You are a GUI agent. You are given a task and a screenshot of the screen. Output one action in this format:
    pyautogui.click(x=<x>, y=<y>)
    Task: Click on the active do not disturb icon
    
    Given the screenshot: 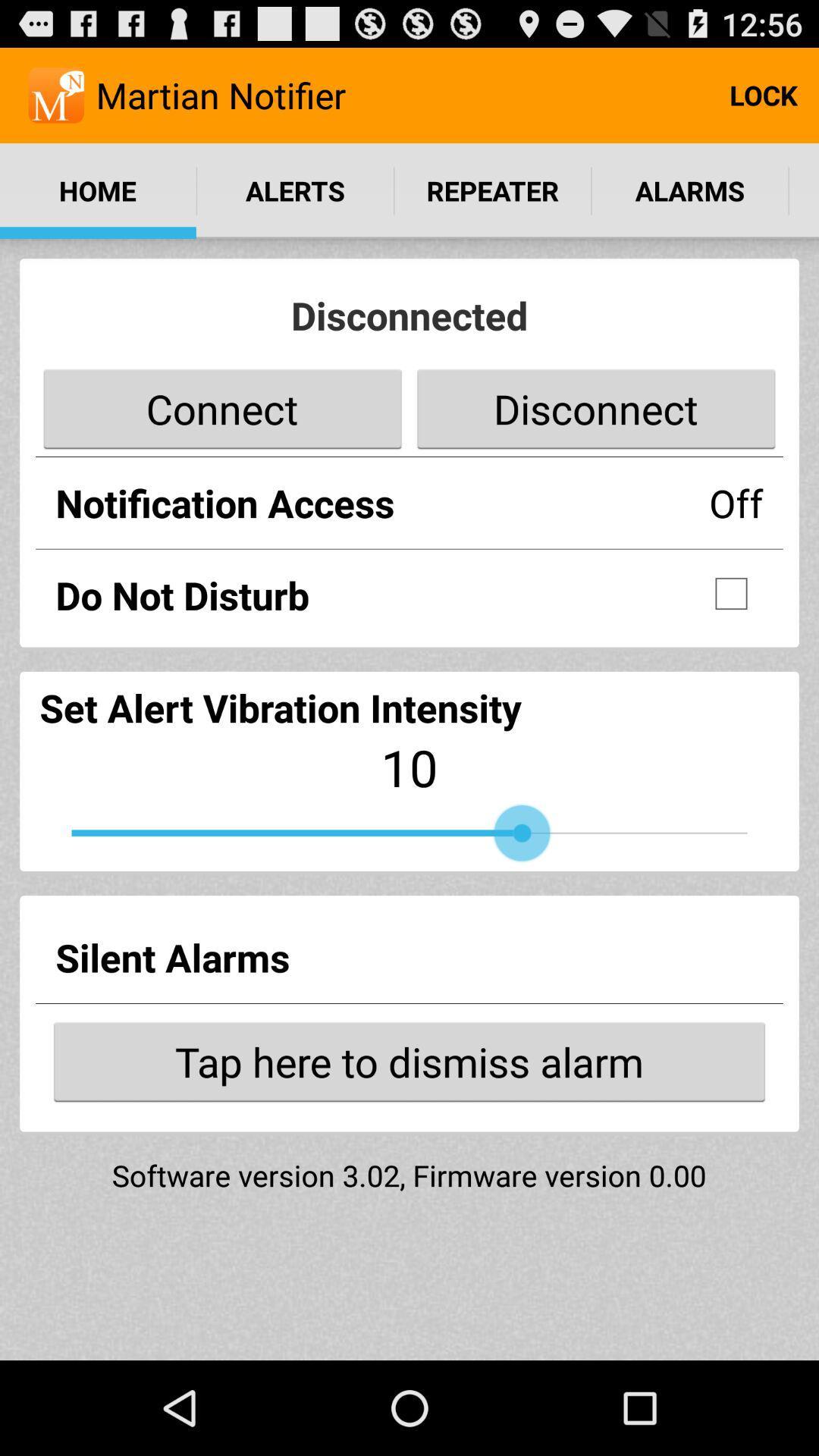 What is the action you would take?
    pyautogui.click(x=730, y=592)
    